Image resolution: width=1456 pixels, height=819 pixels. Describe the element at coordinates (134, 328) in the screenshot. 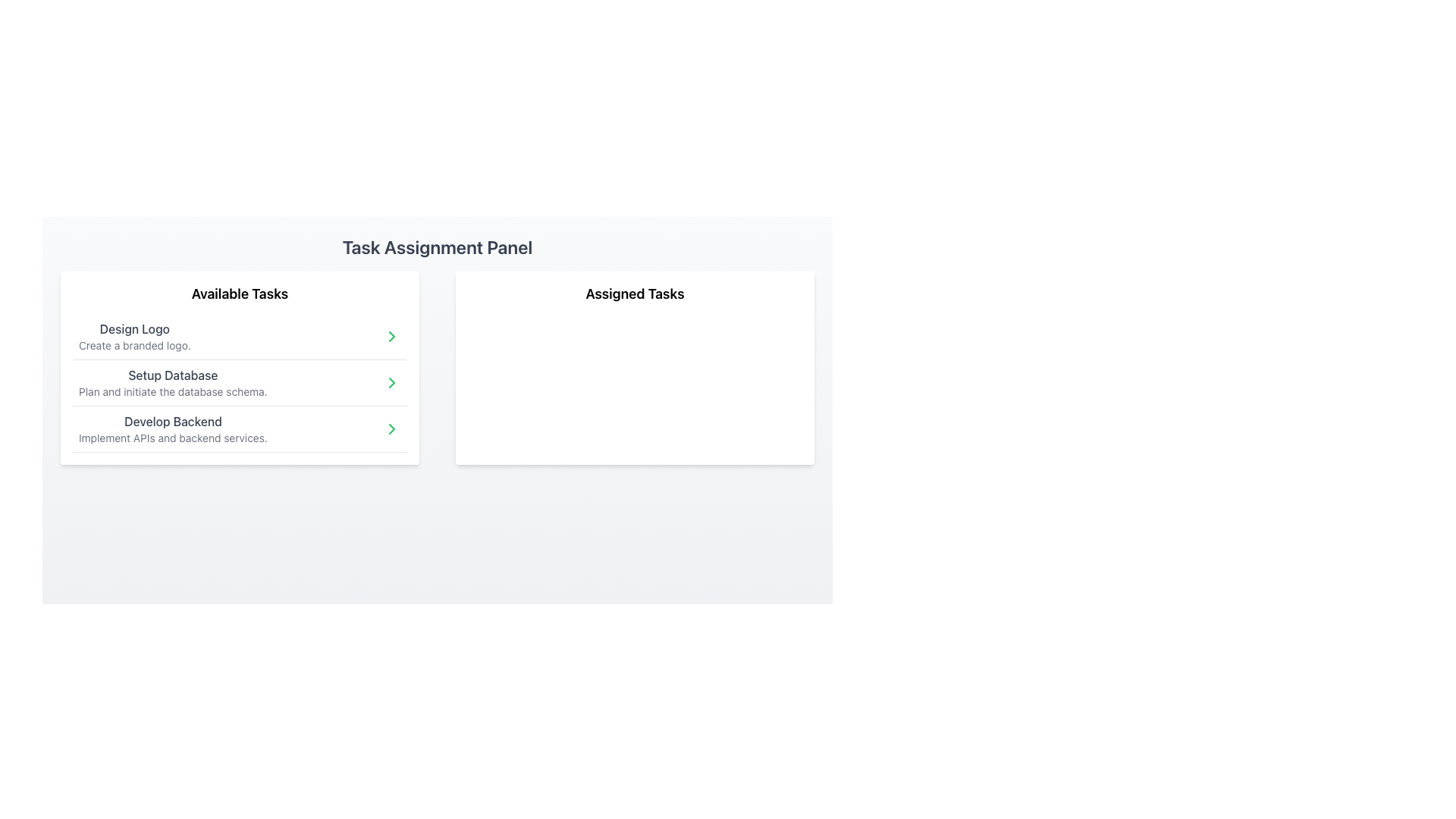

I see `the text label for the first task in the 'Available Tasks' section, which identifies the task related to creating a branded logo` at that location.